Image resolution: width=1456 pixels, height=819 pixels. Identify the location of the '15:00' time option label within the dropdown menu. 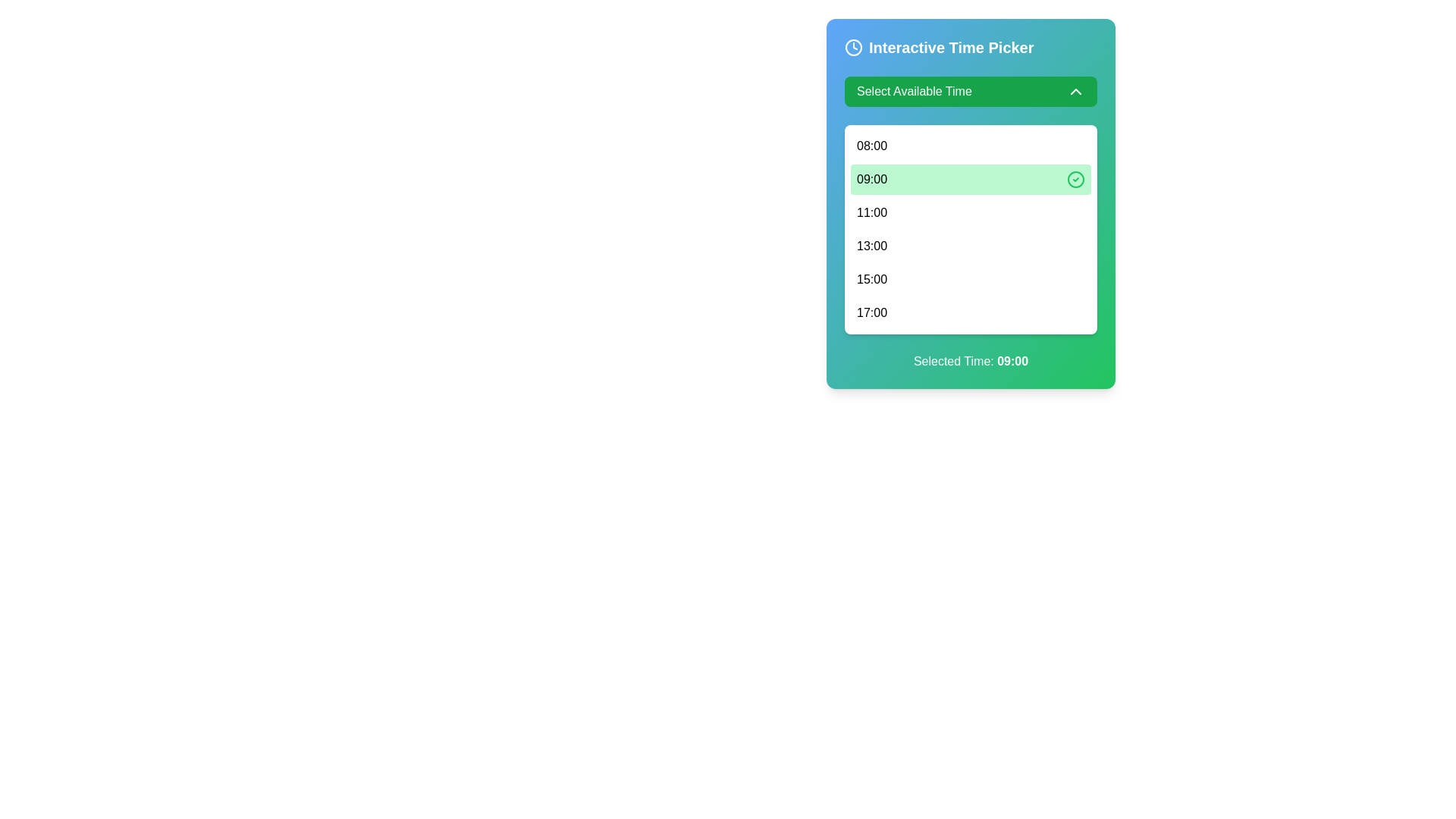
(872, 280).